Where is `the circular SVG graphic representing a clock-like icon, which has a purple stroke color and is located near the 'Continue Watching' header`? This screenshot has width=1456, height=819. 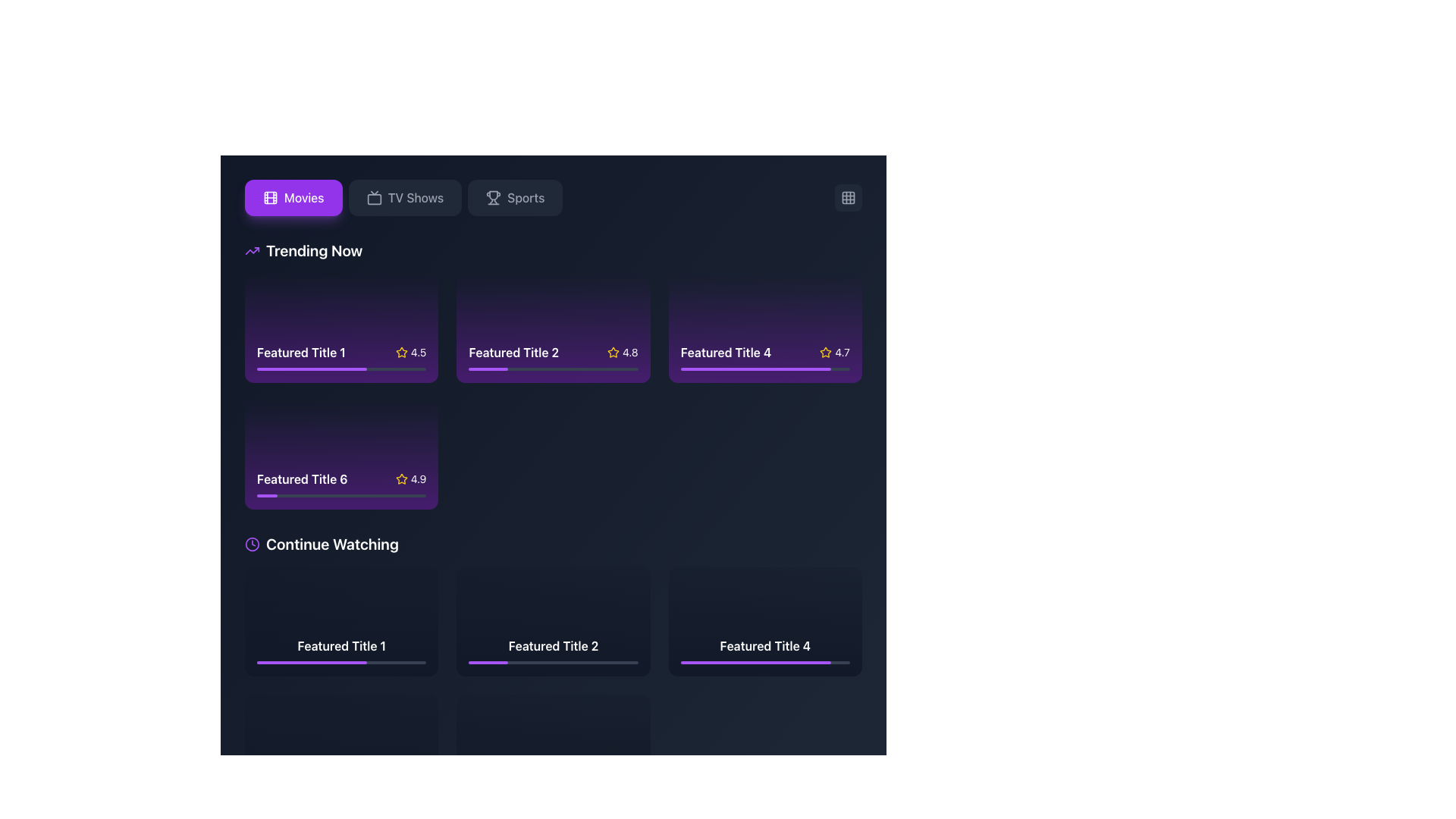 the circular SVG graphic representing a clock-like icon, which has a purple stroke color and is located near the 'Continue Watching' header is located at coordinates (252, 543).